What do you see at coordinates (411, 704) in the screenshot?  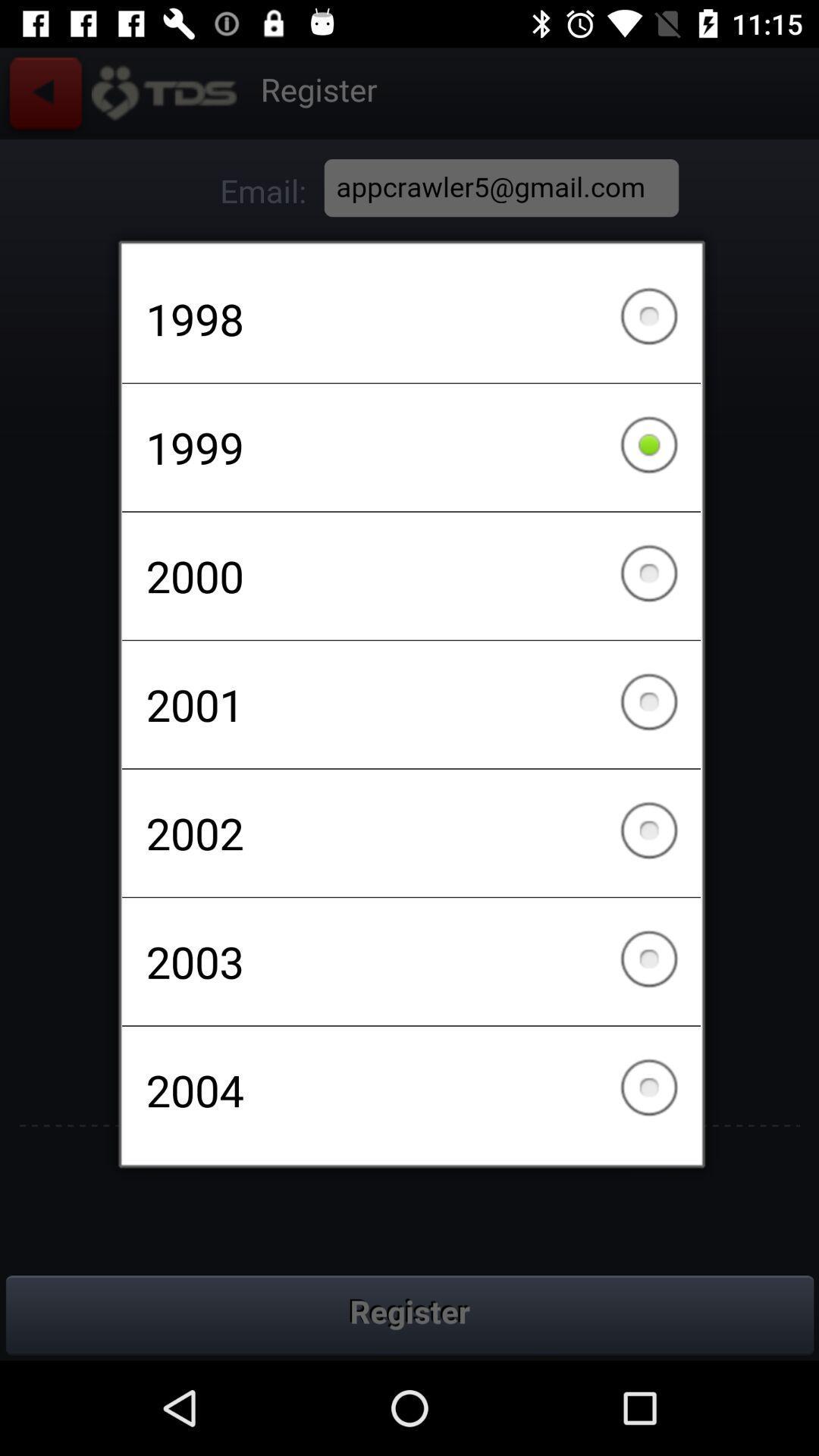 I see `the icon above 2002 checkbox` at bounding box center [411, 704].